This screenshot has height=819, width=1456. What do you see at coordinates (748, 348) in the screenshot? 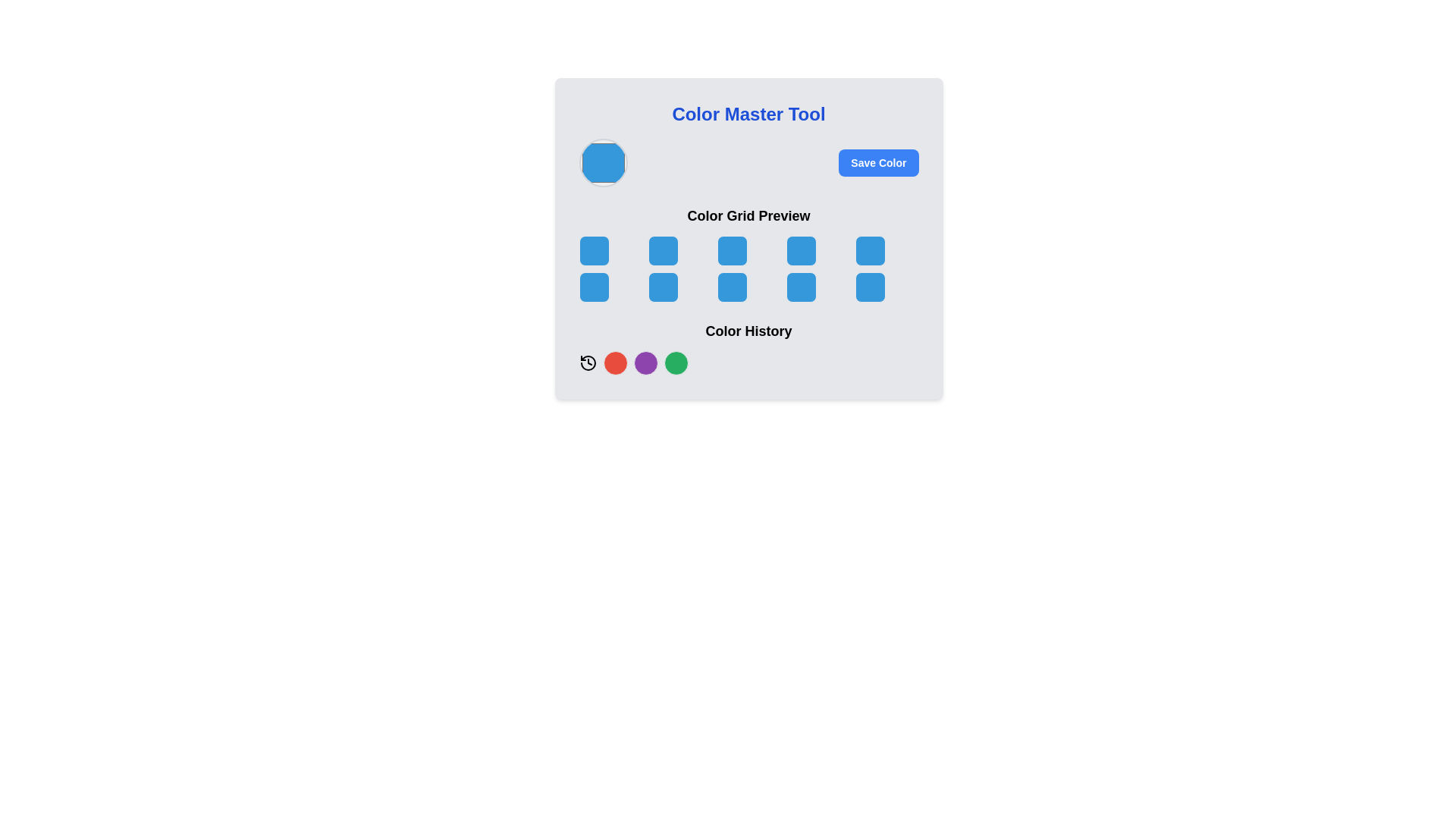
I see `the colored circles in the 'Color History' section to reapply selected colors, which are located below the 'Color Grid Preview' in the 'Color Master Tool' interface` at bounding box center [748, 348].